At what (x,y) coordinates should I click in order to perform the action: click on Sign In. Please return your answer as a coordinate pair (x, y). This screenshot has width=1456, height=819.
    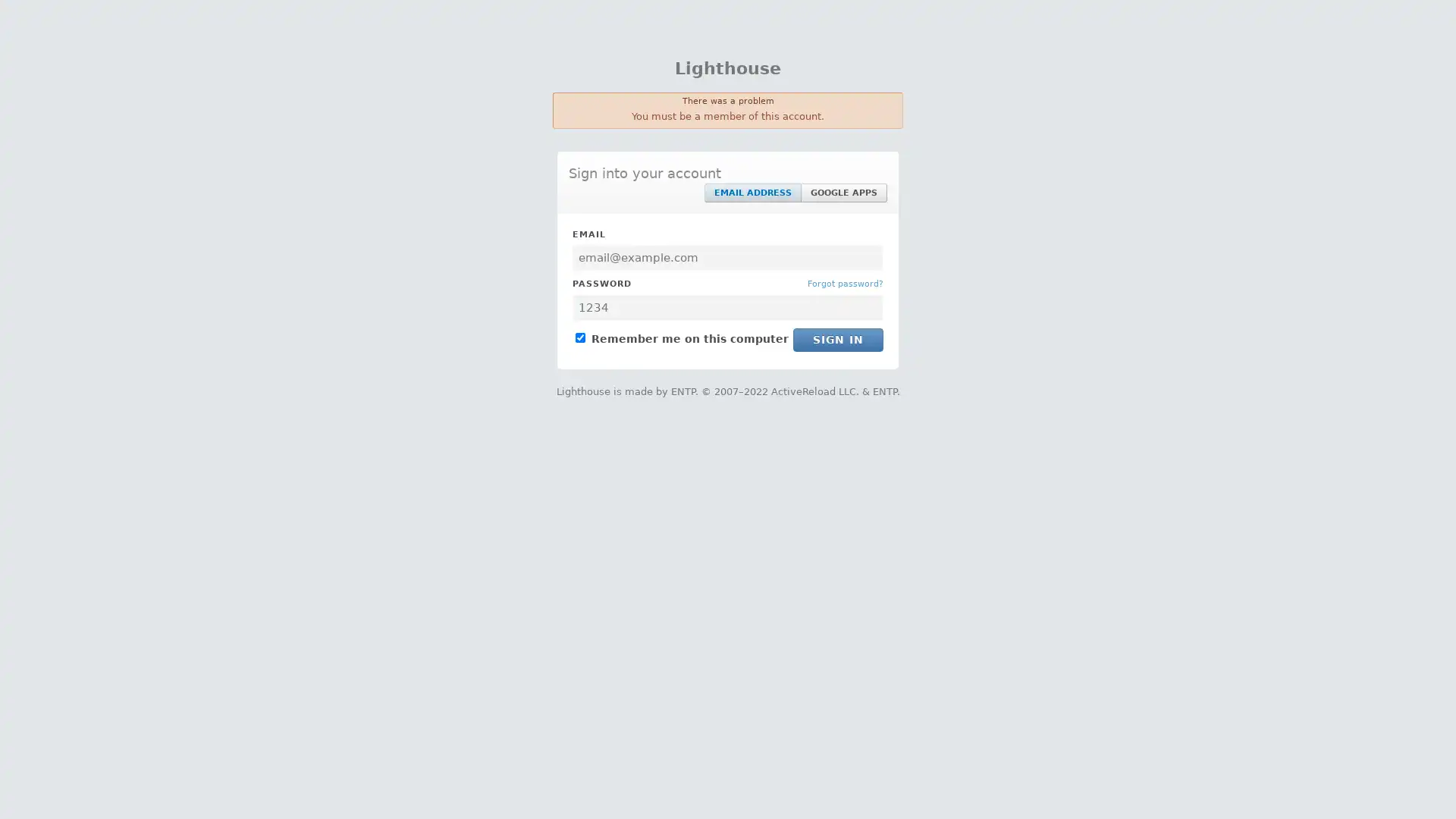
    Looking at the image, I should click on (837, 338).